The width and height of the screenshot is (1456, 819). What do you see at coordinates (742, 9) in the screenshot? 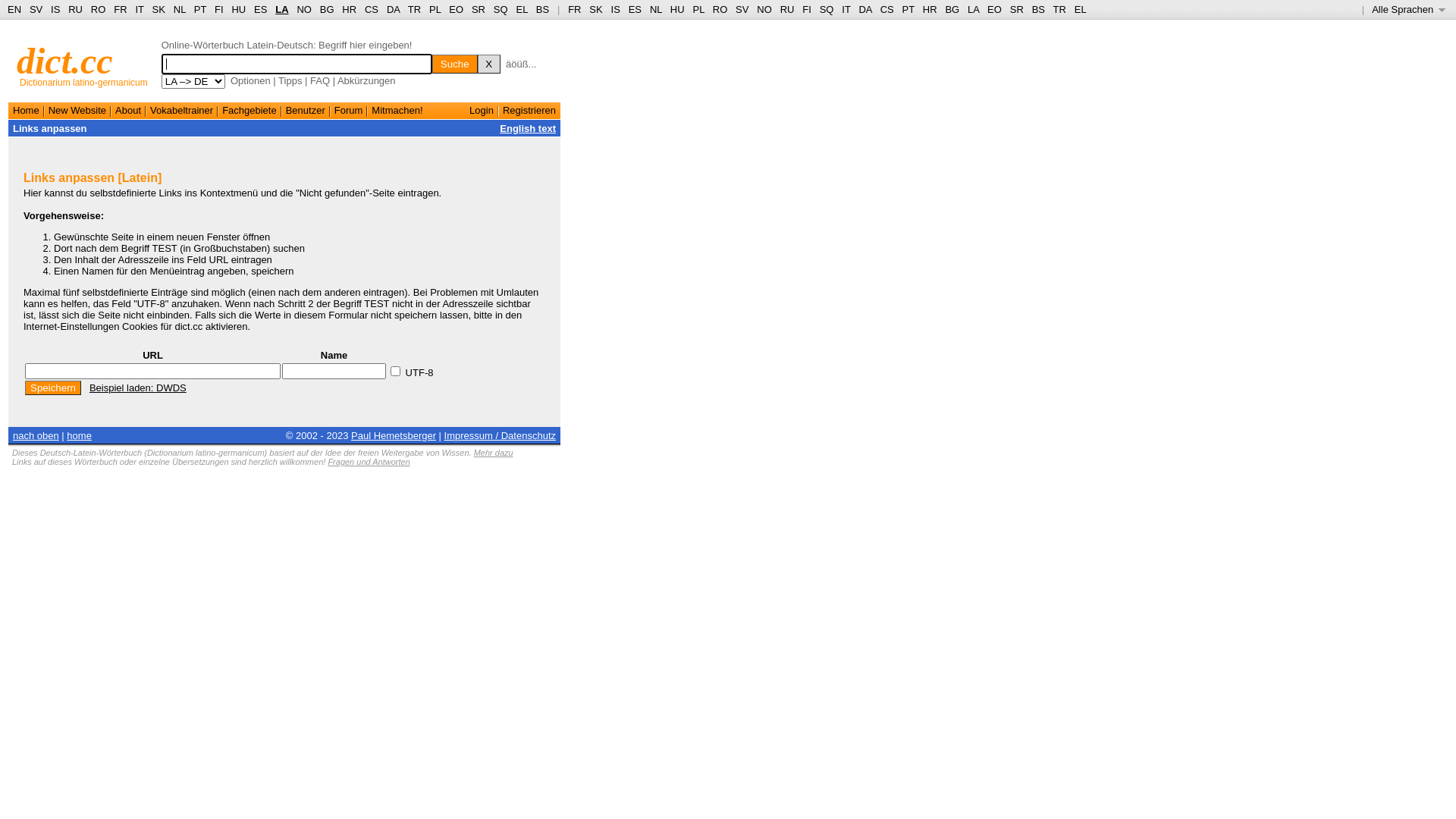
I see `'SV'` at bounding box center [742, 9].